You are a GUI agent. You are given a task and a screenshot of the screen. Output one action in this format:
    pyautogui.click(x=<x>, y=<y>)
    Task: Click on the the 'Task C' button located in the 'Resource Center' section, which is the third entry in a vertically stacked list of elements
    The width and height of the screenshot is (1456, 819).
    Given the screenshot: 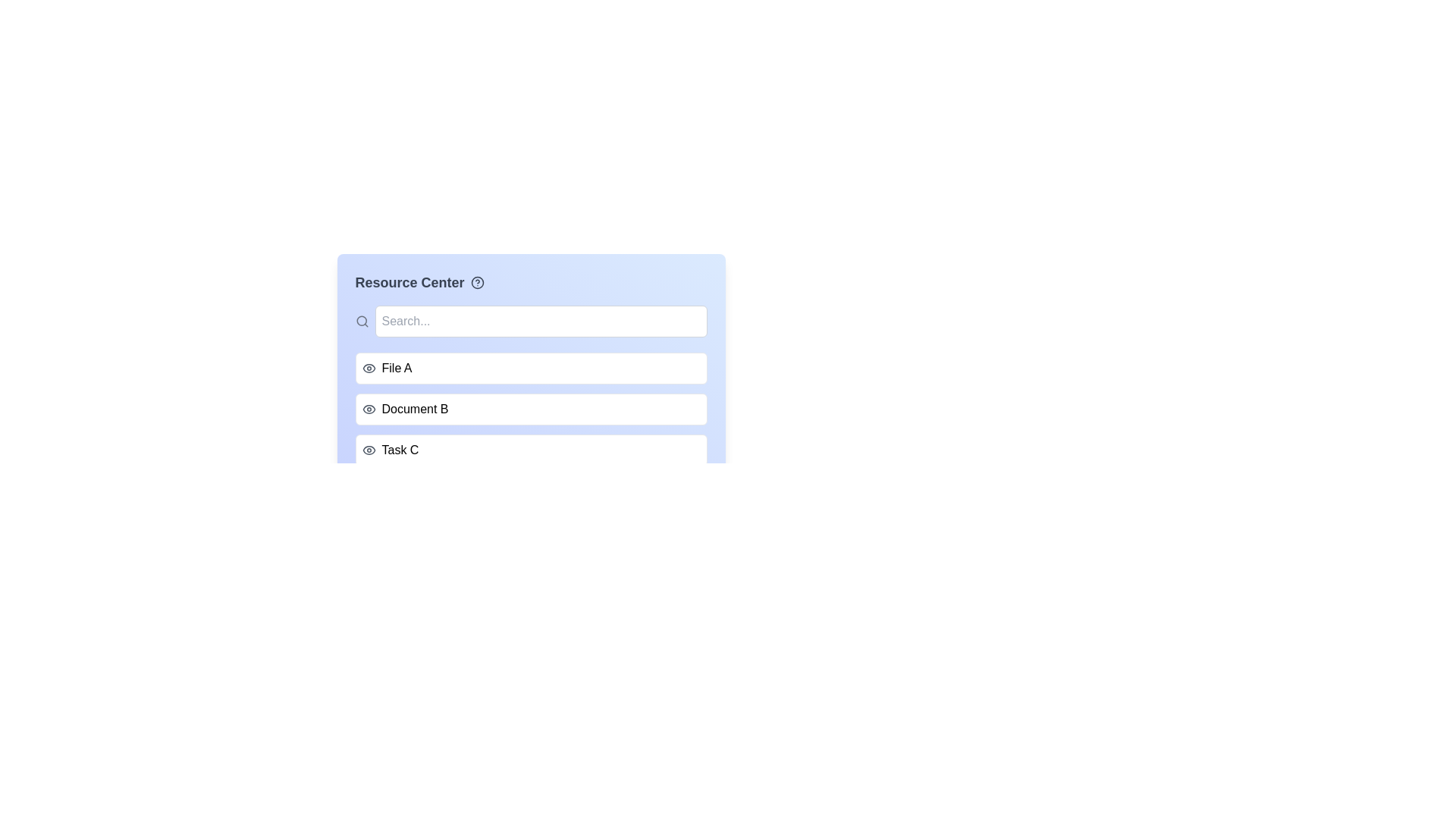 What is the action you would take?
    pyautogui.click(x=531, y=450)
    